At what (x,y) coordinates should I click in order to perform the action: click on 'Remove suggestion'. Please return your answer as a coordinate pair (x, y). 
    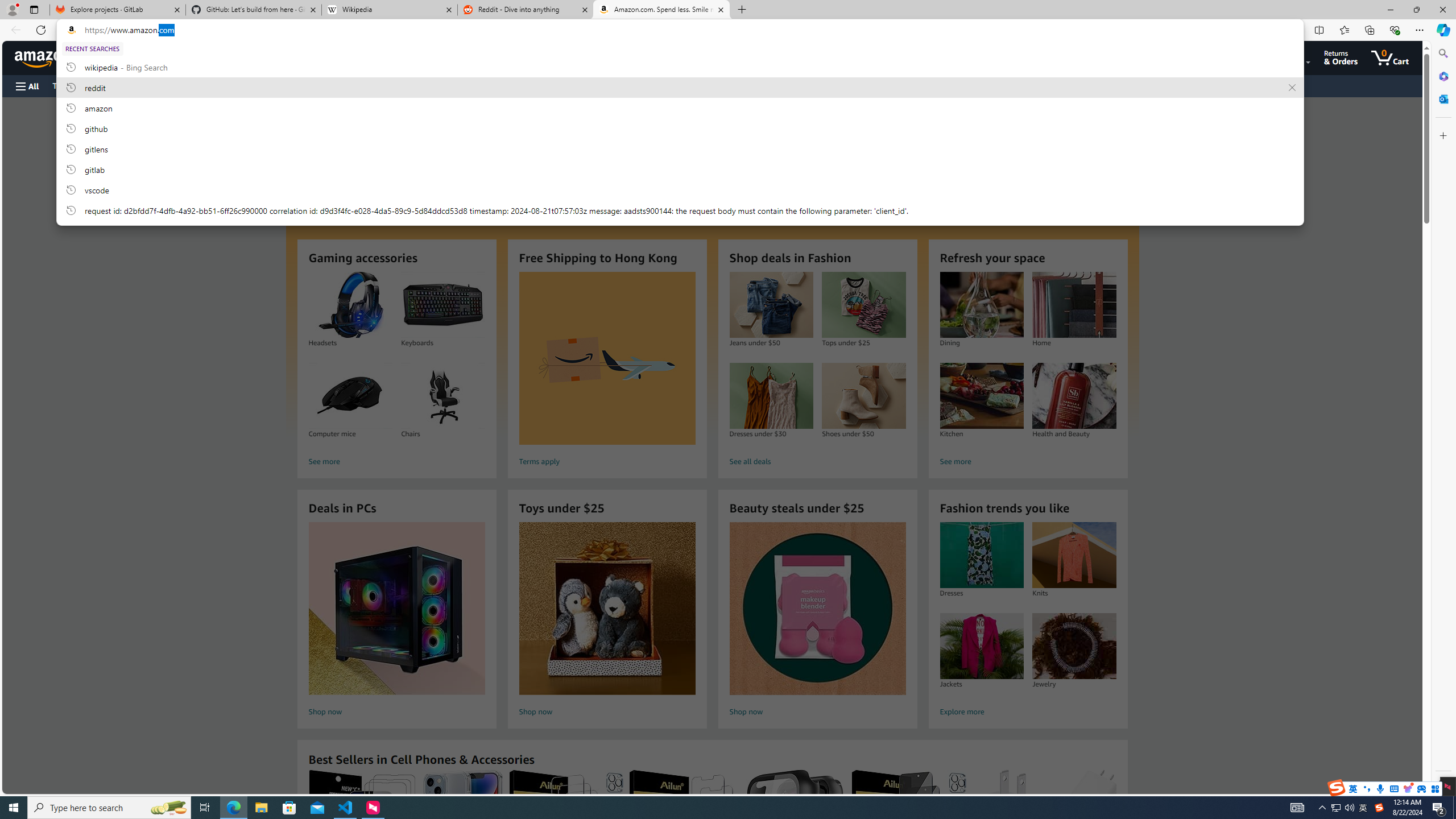
    Looking at the image, I should click on (1292, 87).